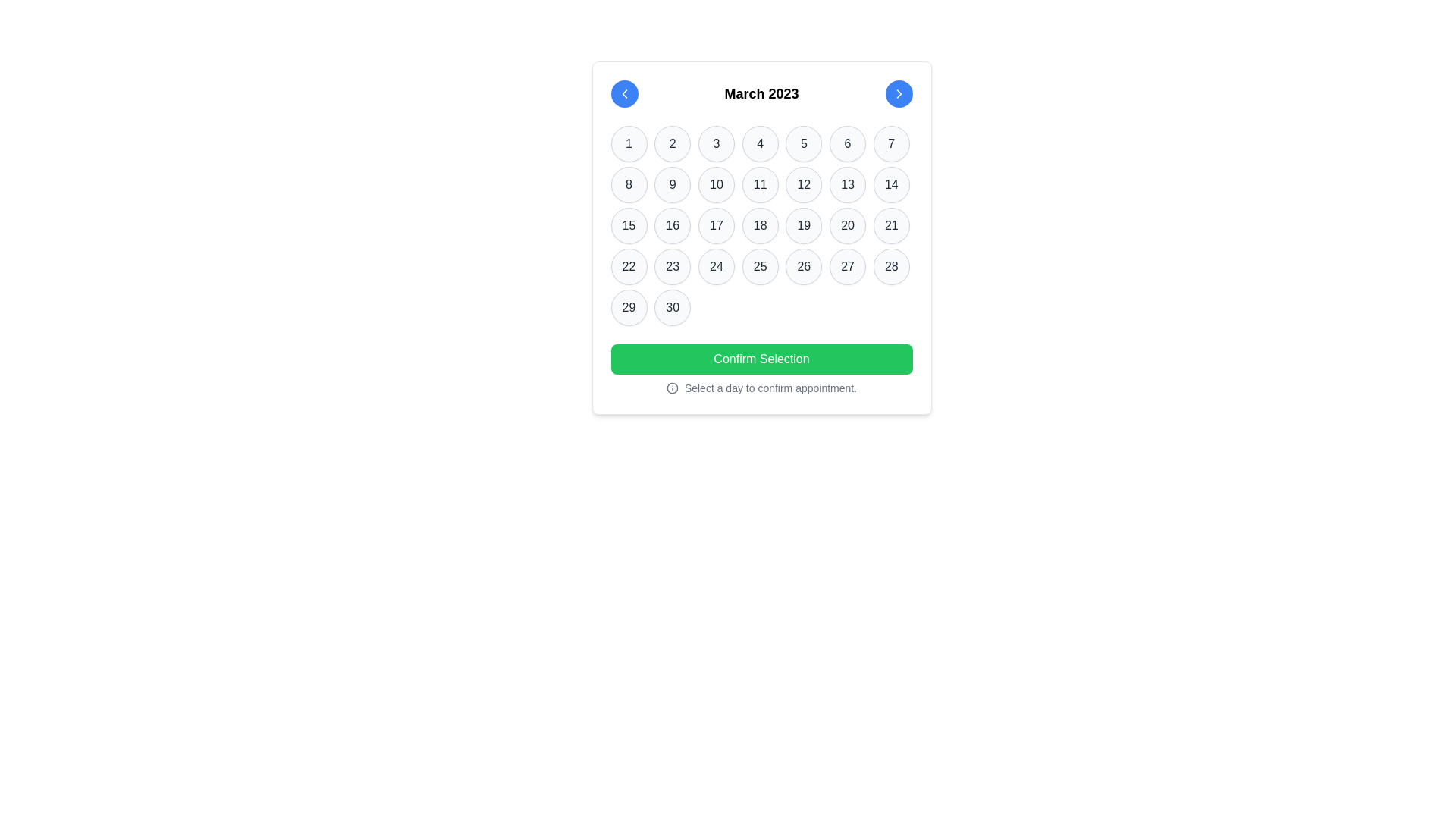 The image size is (1456, 819). Describe the element at coordinates (624, 93) in the screenshot. I see `the left-pointing chevron symbol inside the circular blue button` at that location.